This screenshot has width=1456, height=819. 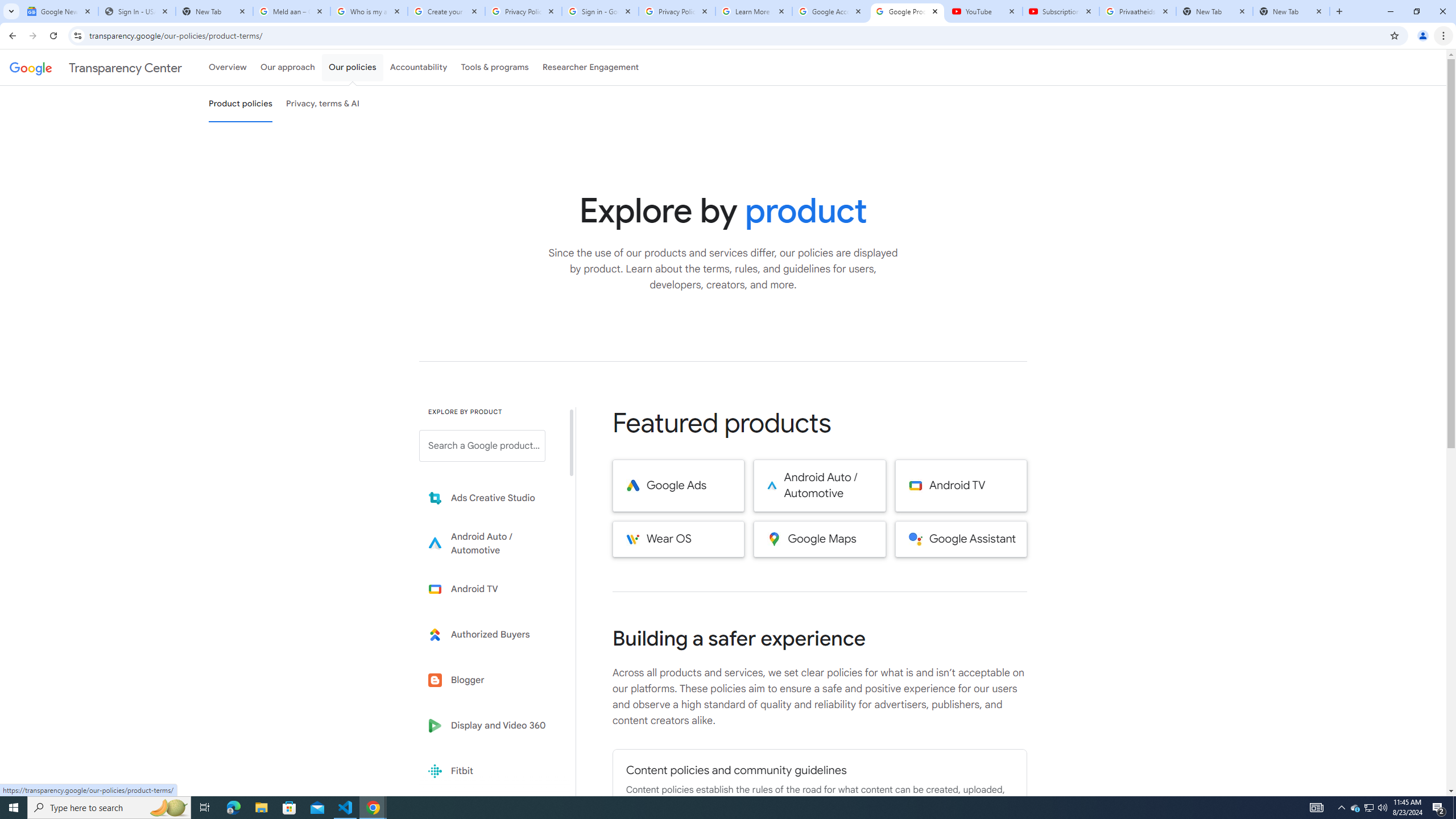 What do you see at coordinates (490, 816) in the screenshot?
I see `'Kaggle'` at bounding box center [490, 816].